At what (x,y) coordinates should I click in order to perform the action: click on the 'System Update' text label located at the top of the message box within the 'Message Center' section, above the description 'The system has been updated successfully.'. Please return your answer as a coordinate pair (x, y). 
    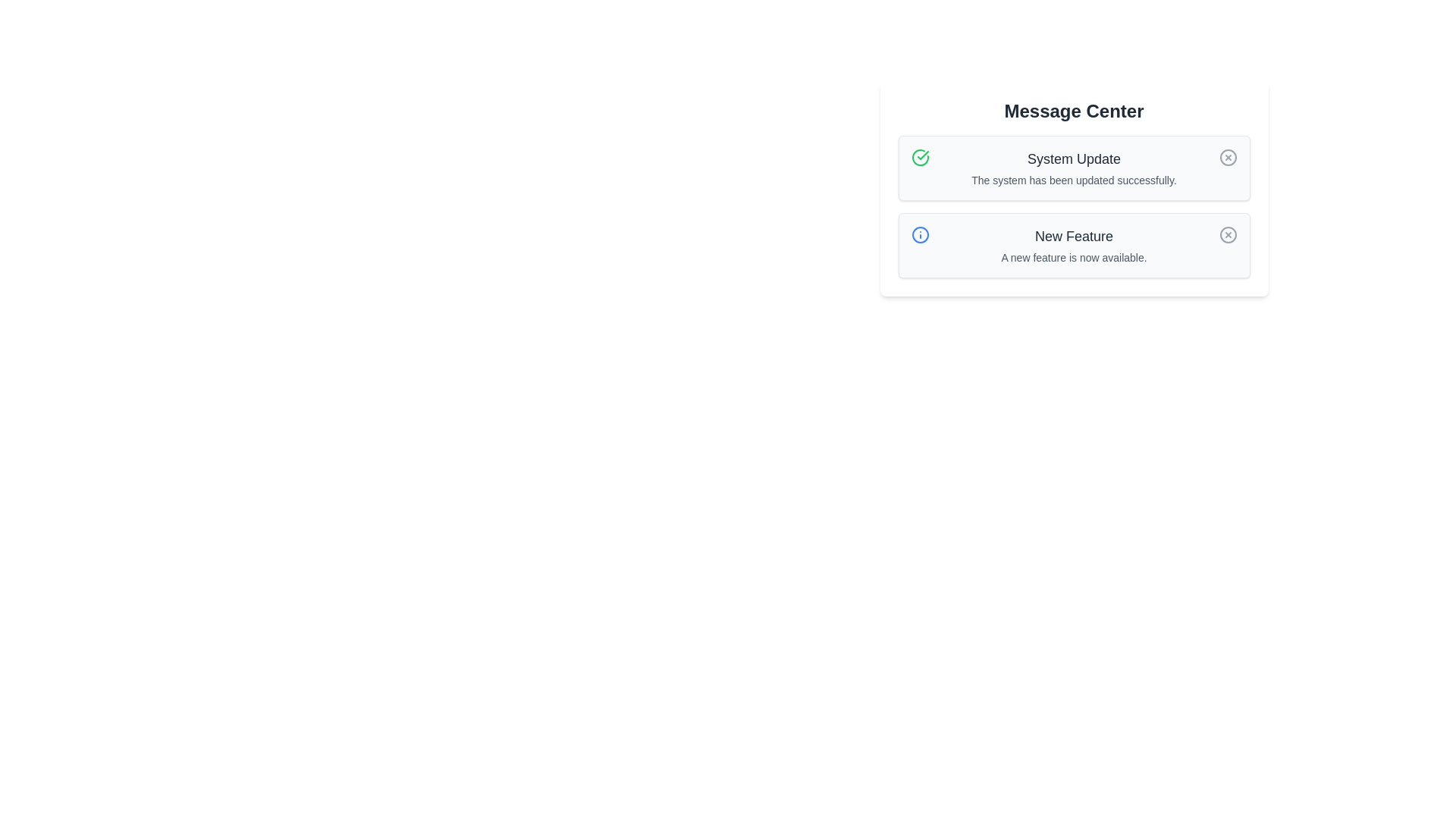
    Looking at the image, I should click on (1073, 158).